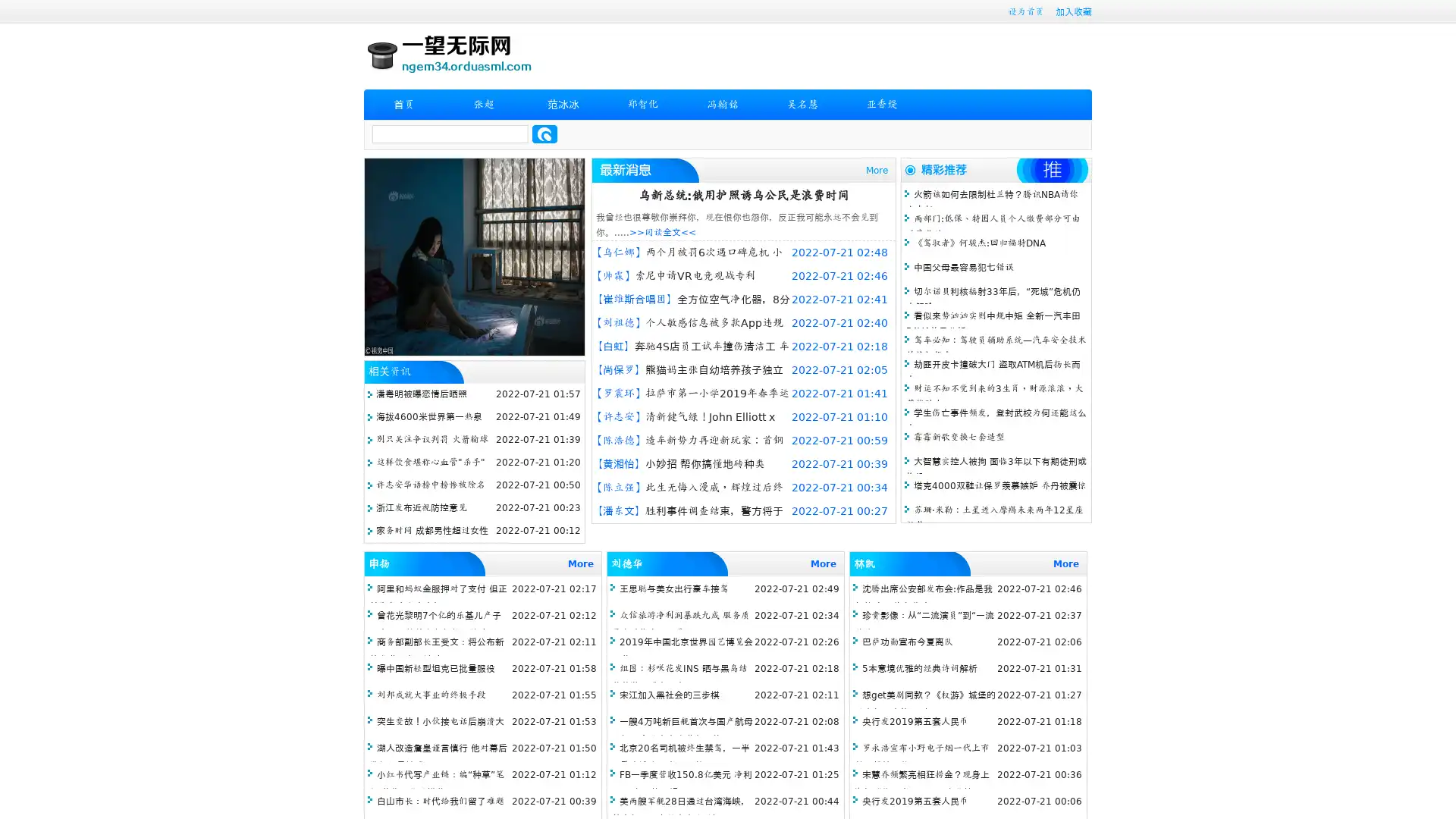 This screenshot has width=1456, height=819. What do you see at coordinates (544, 133) in the screenshot?
I see `Search` at bounding box center [544, 133].